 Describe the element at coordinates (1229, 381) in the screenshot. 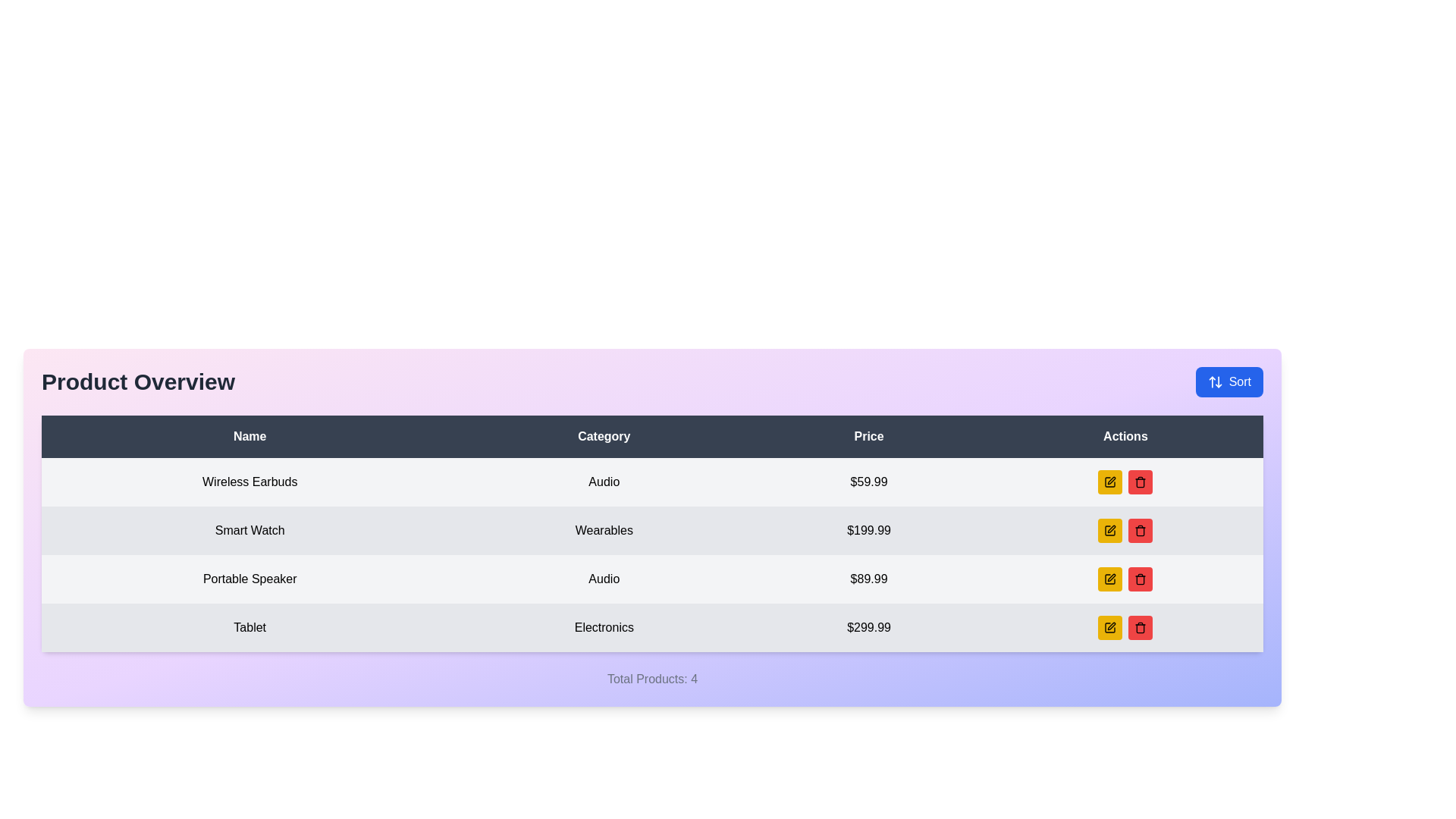

I see `the rounded rectangular blue button with the 'Sort' text and two arrows icon` at that location.